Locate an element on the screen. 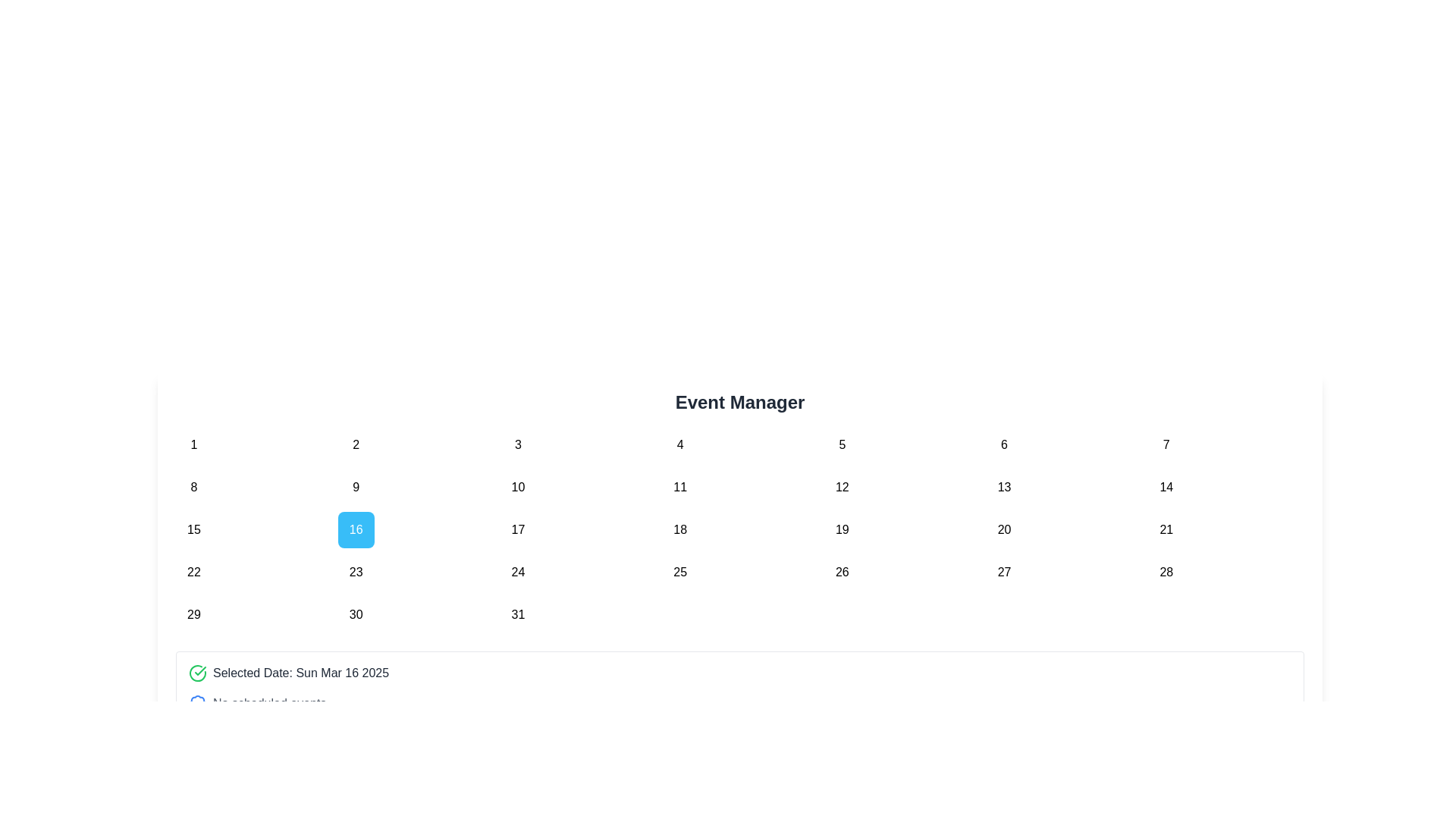  the button displaying the number '15' in the date picker calendar component is located at coordinates (193, 529).